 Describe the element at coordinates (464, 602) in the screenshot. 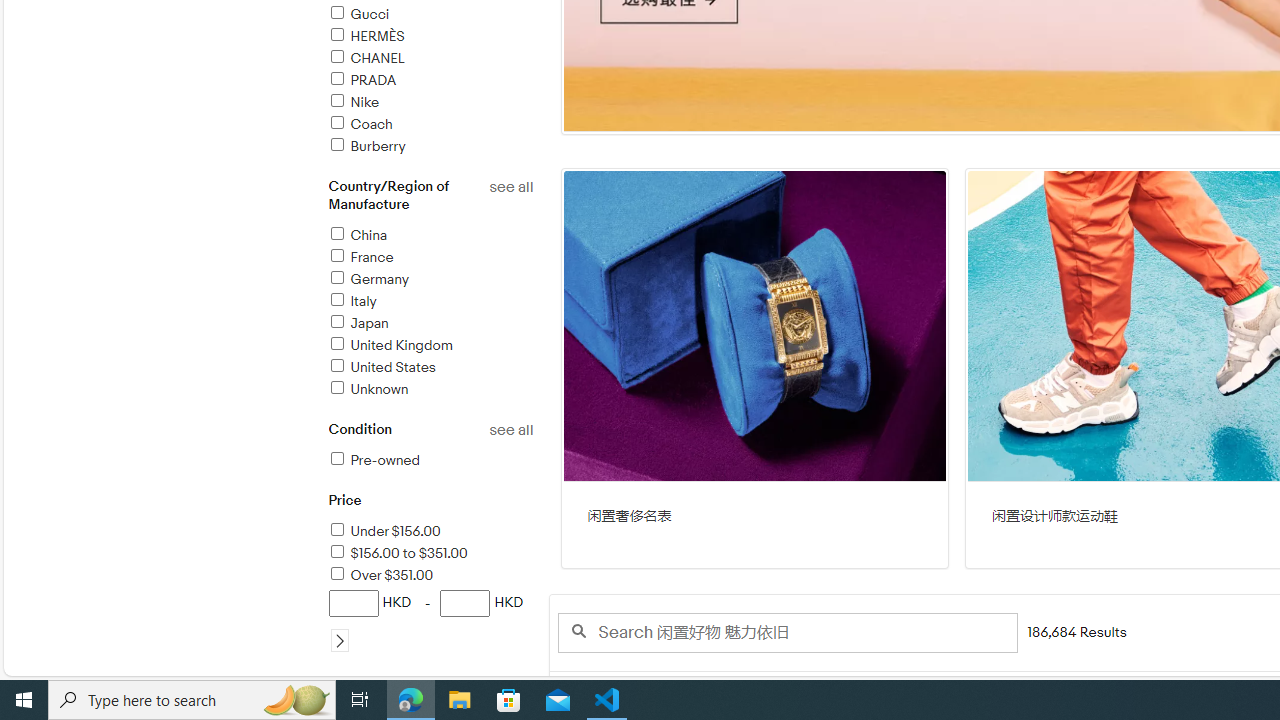

I see `'Maximum Value'` at that location.